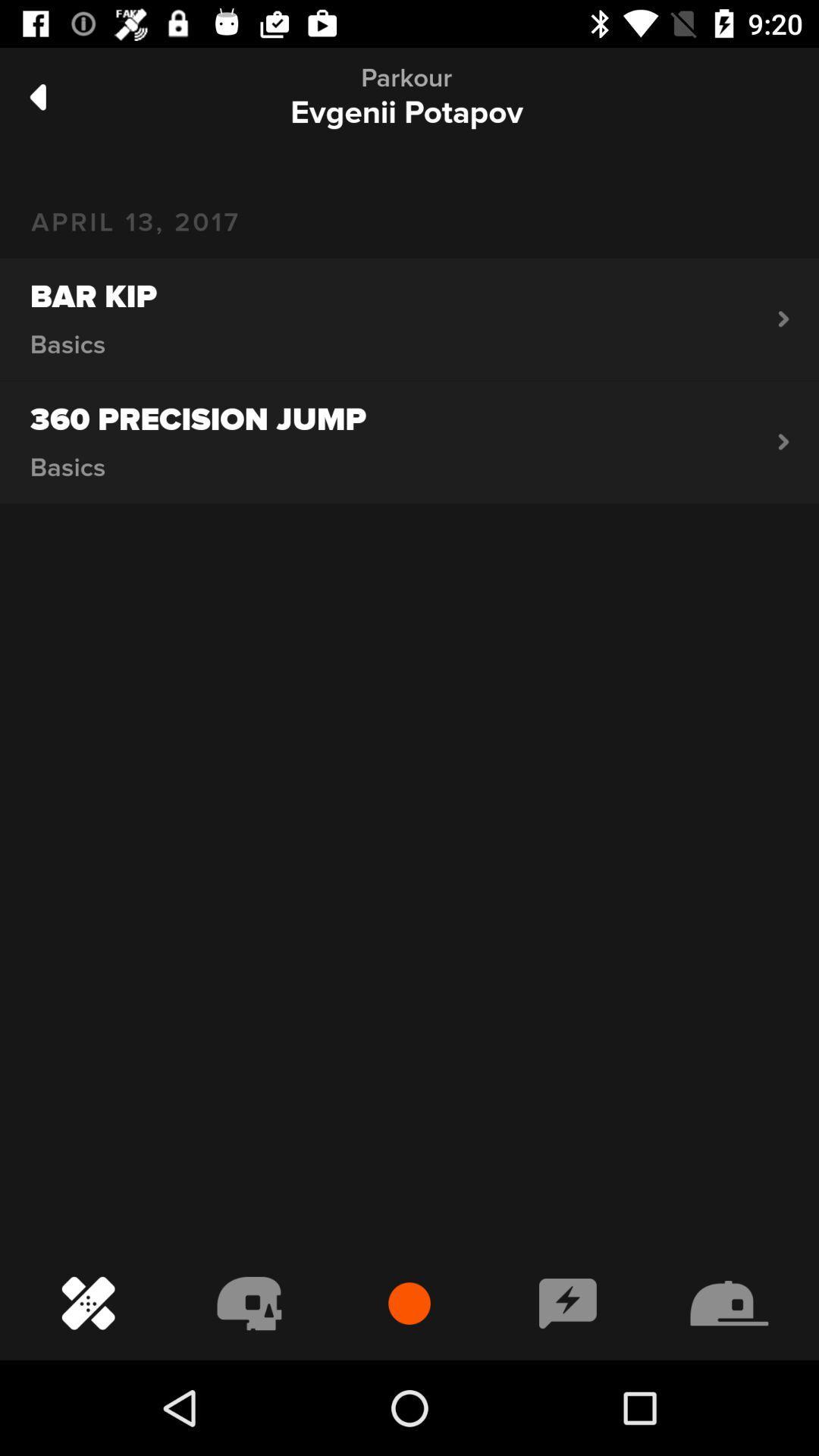 This screenshot has height=1456, width=819. I want to click on the second icon on the navigation bar, so click(249, 1303).